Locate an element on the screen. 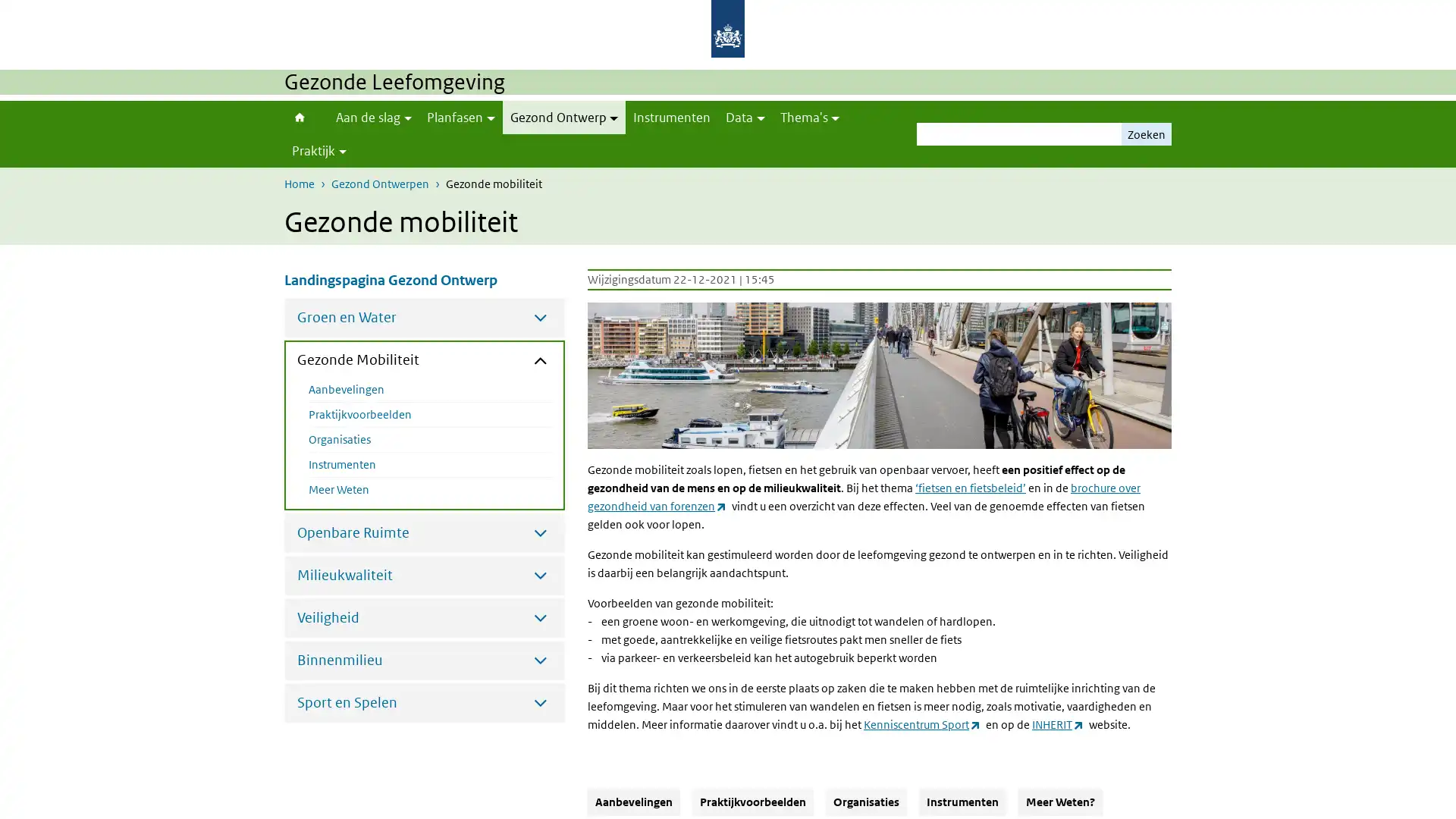 This screenshot has width=1456, height=819. Submenu sluiten is located at coordinates (541, 359).